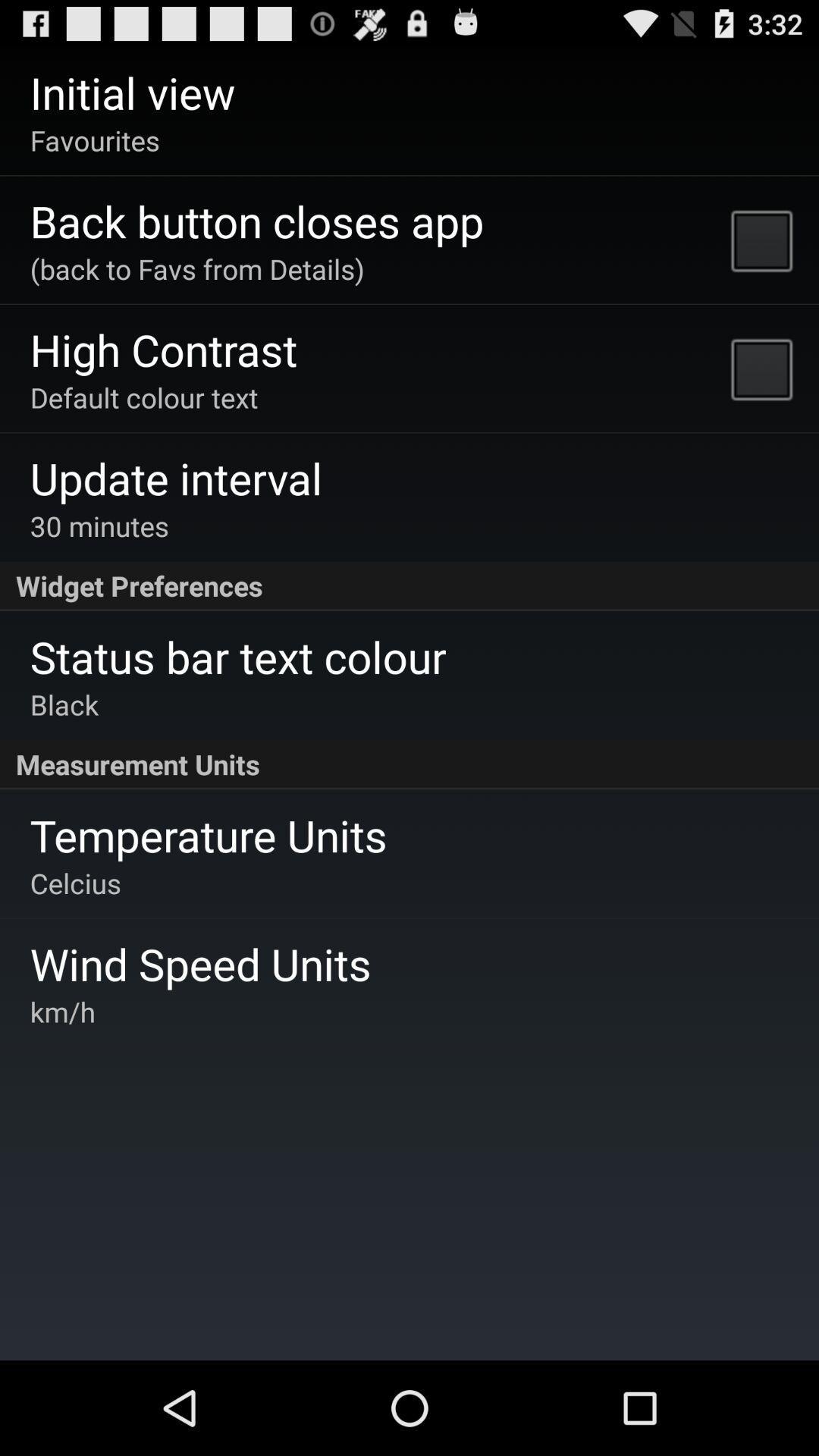  I want to click on item above the temperature units, so click(409, 764).